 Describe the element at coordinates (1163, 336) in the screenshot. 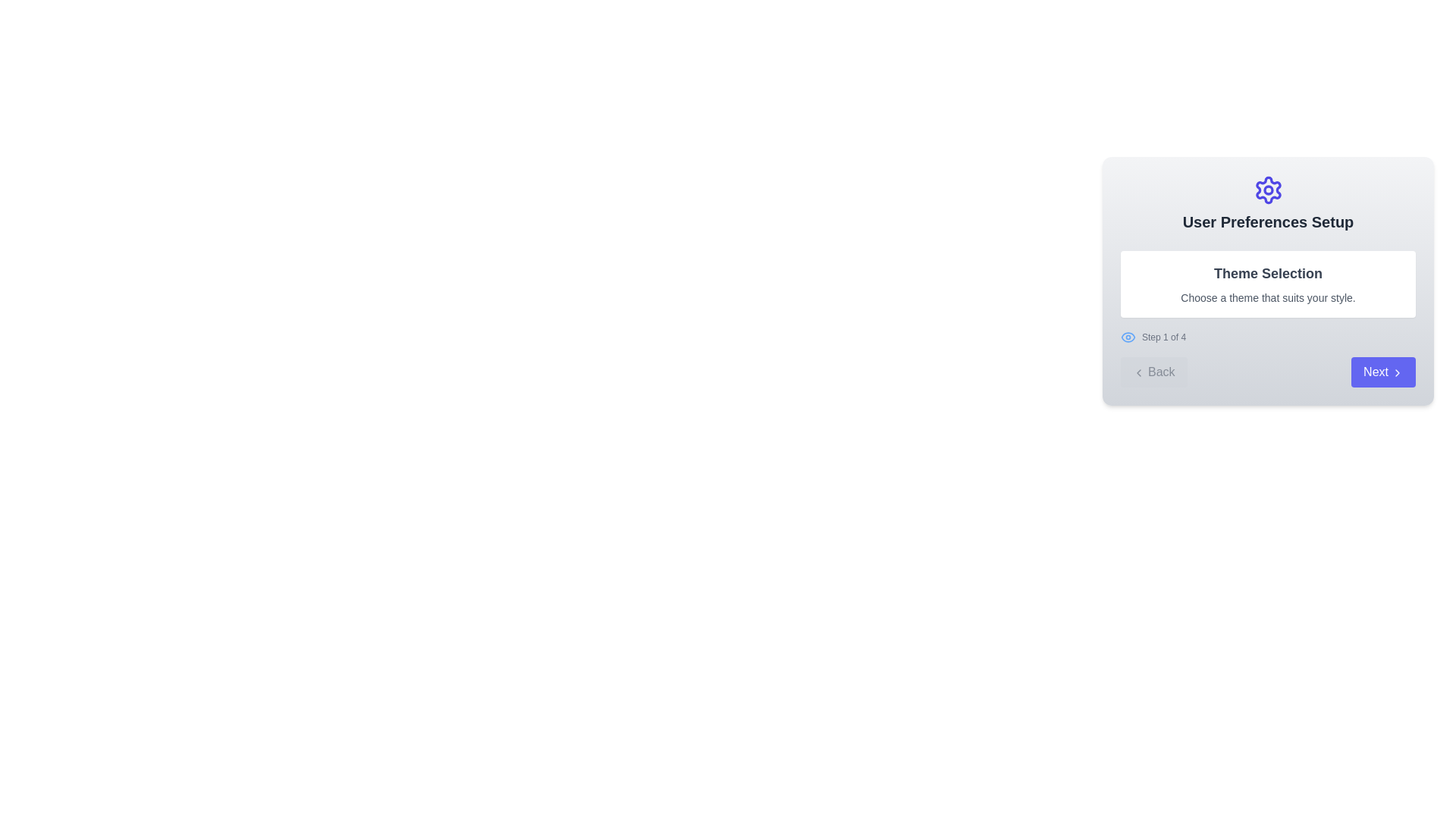

I see `the label displaying 'Step 1 of 4', which is styled with gray color and is positioned to the right of a blue eye icon within the 'User Preferences Setup' box` at that location.